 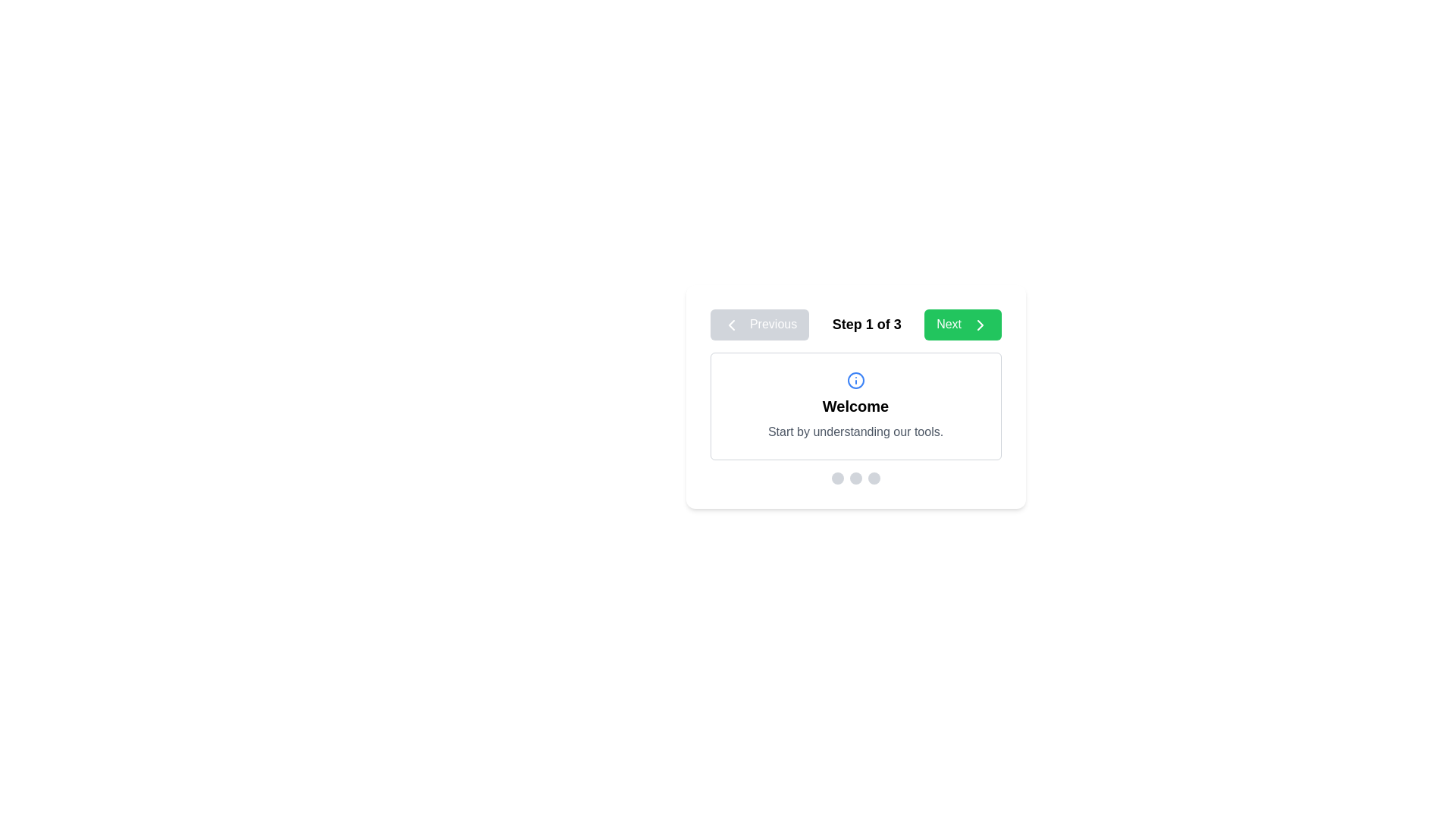 I want to click on the progress indicator with multiple circular dots that shows the current step in a three-step process, indicated by an active blue circle, so click(x=855, y=478).